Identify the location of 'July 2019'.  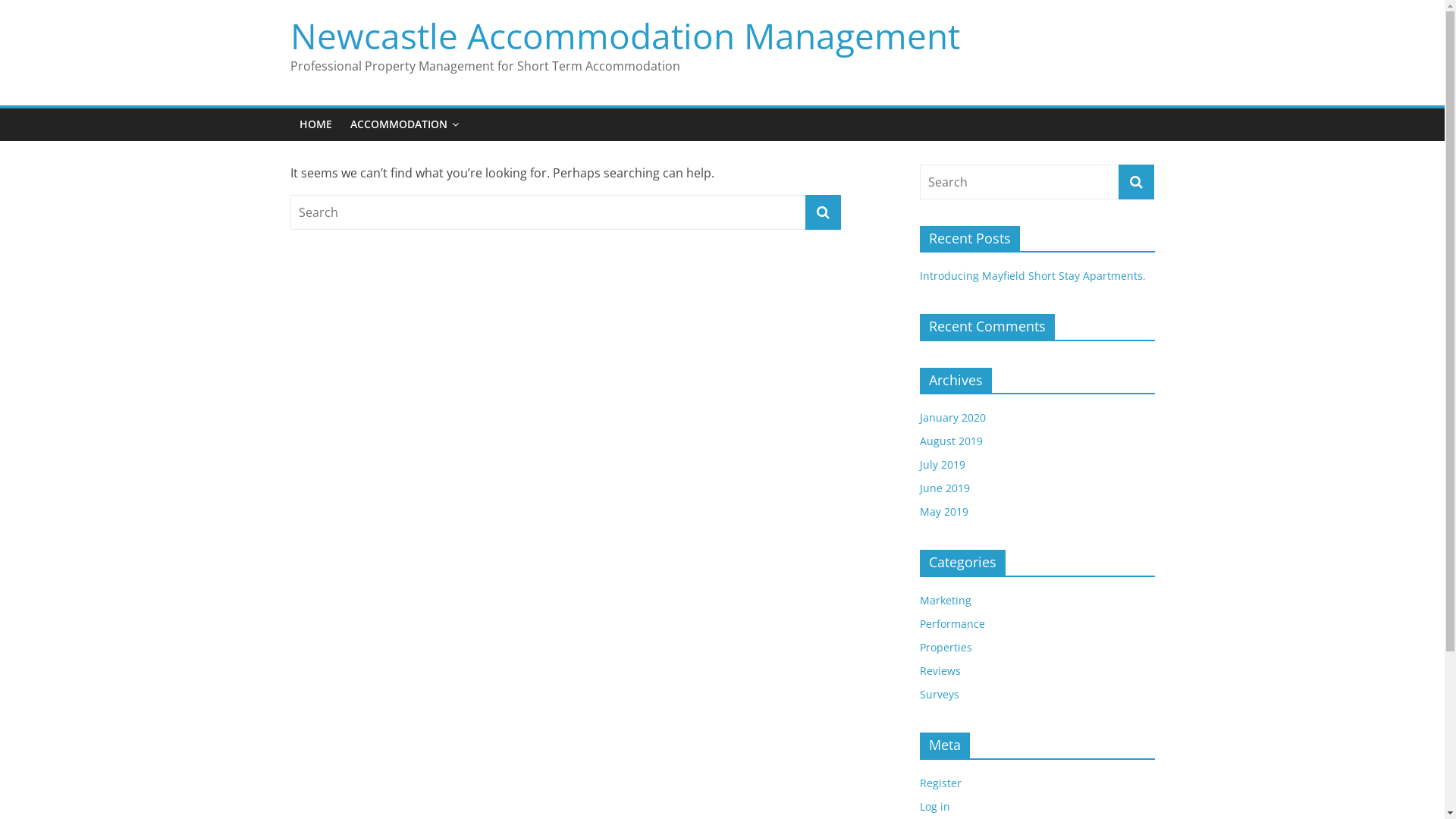
(941, 463).